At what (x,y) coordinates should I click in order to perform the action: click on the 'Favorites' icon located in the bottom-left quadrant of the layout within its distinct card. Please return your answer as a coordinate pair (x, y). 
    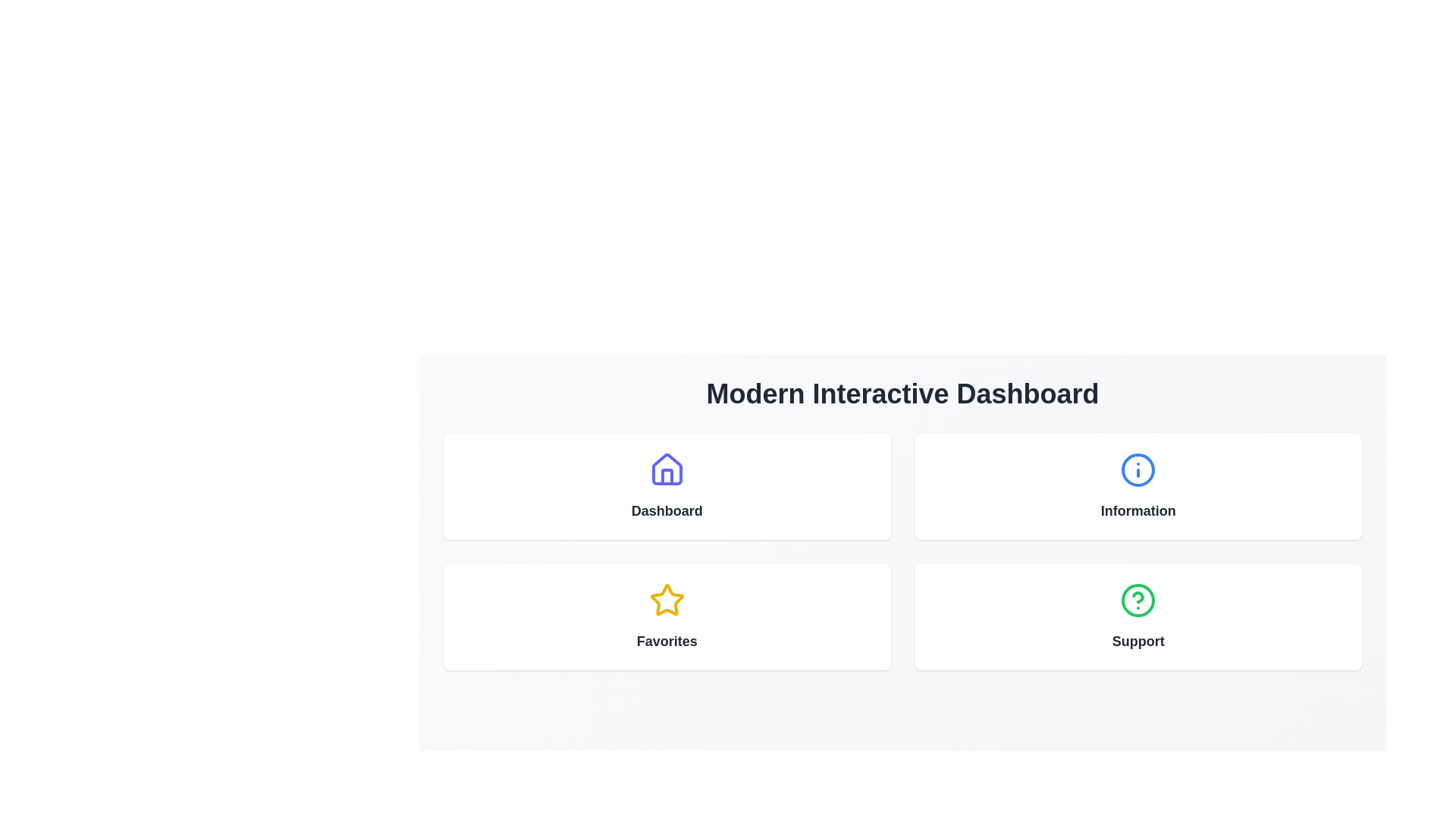
    Looking at the image, I should click on (667, 599).